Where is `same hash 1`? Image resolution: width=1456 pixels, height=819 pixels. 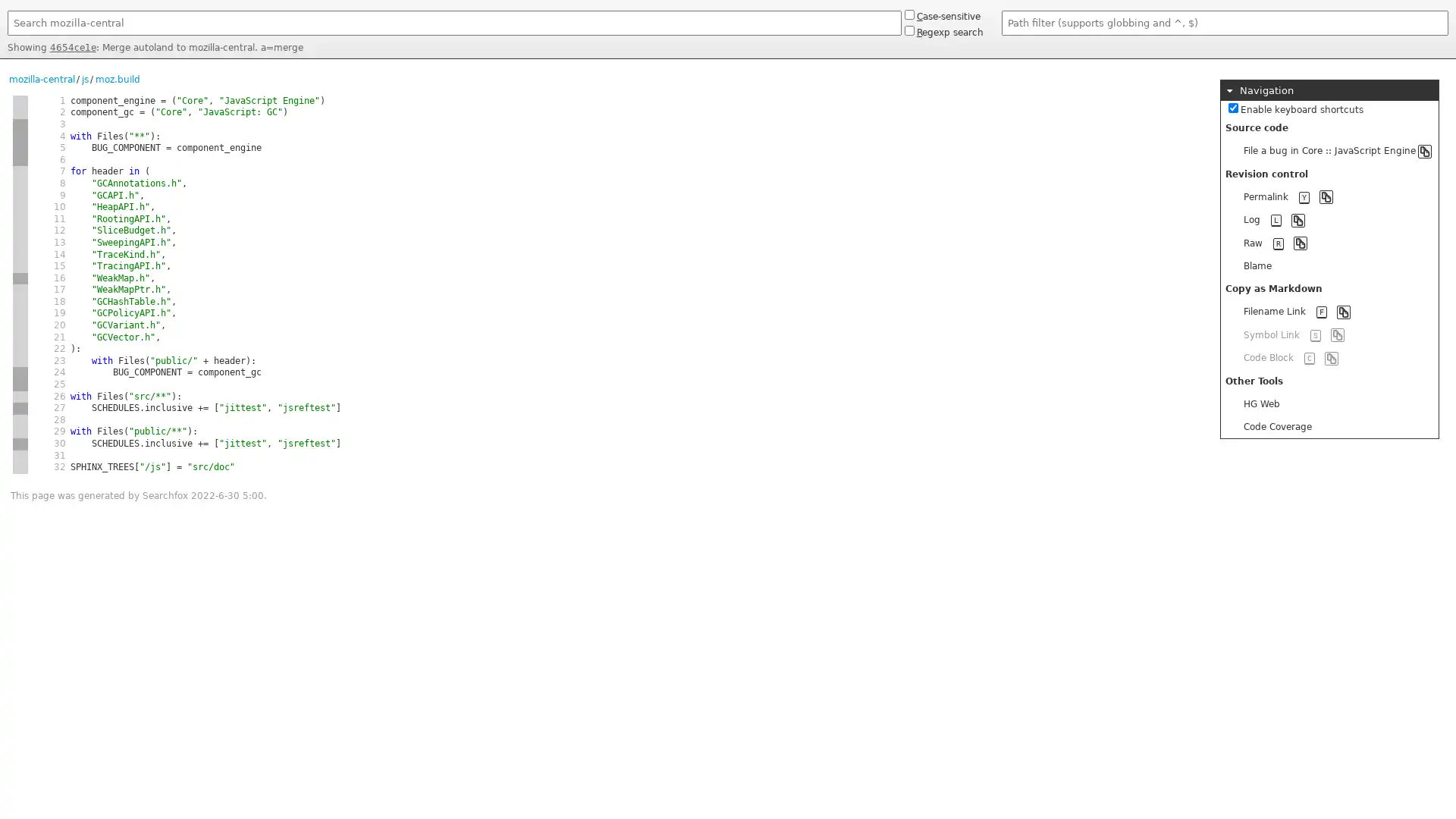
same hash 1 is located at coordinates (20, 183).